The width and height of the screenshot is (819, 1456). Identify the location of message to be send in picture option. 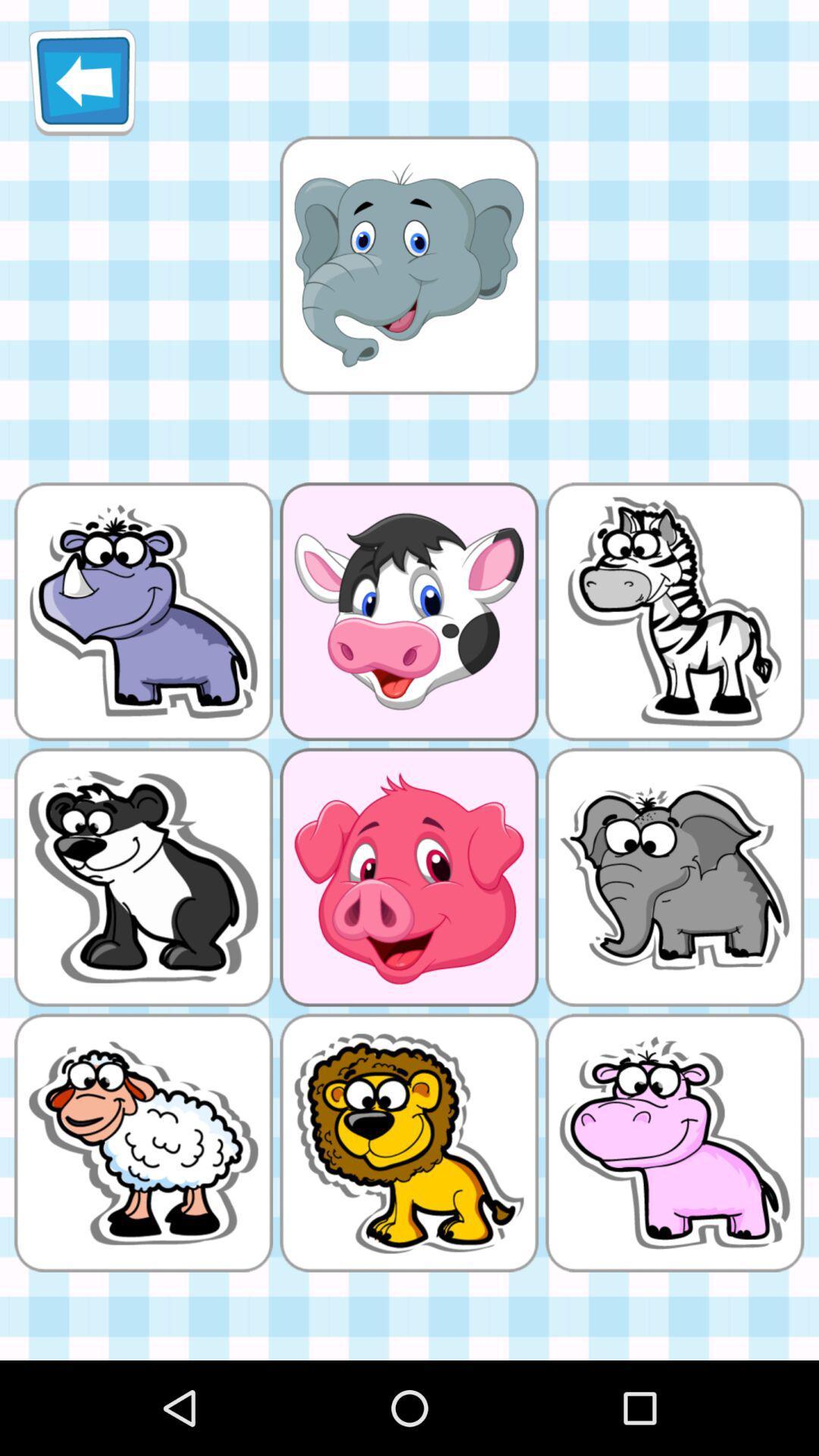
(408, 265).